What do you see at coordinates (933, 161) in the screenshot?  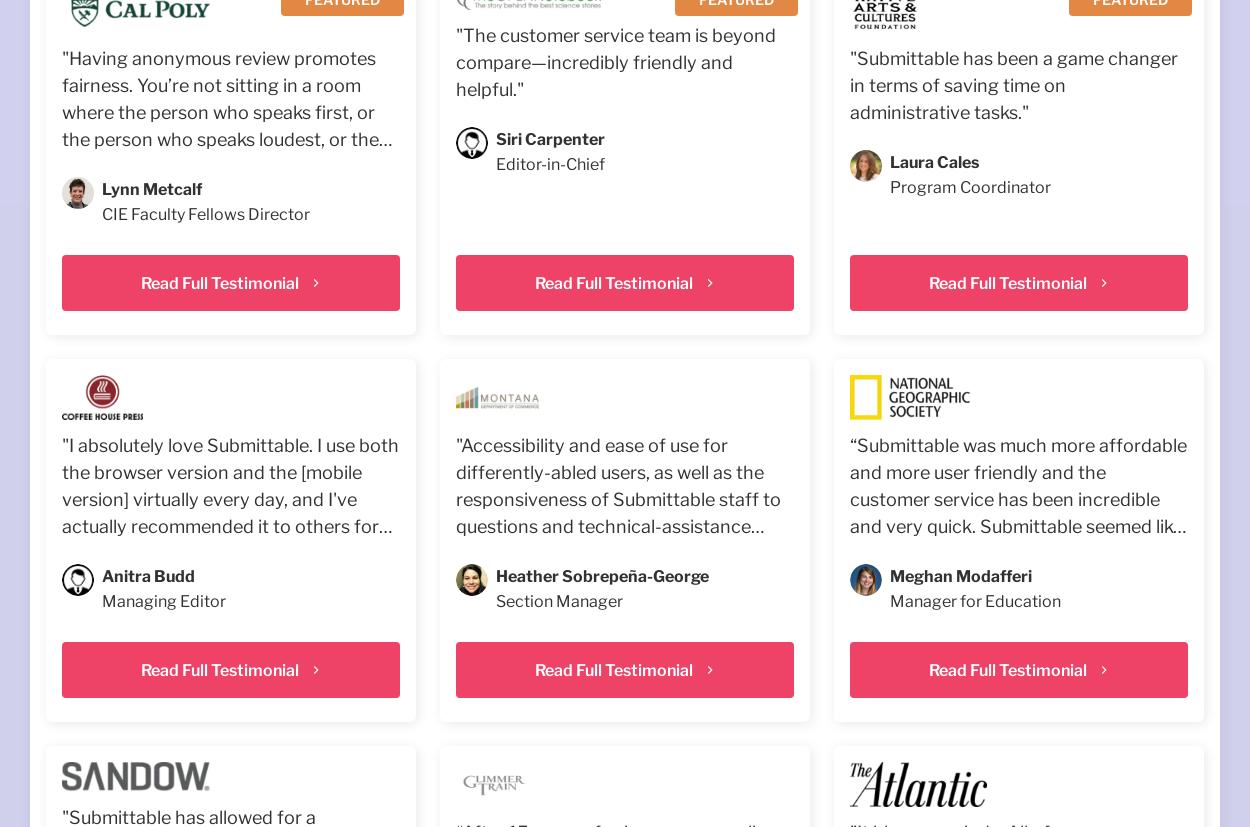 I see `'Laura Cales'` at bounding box center [933, 161].